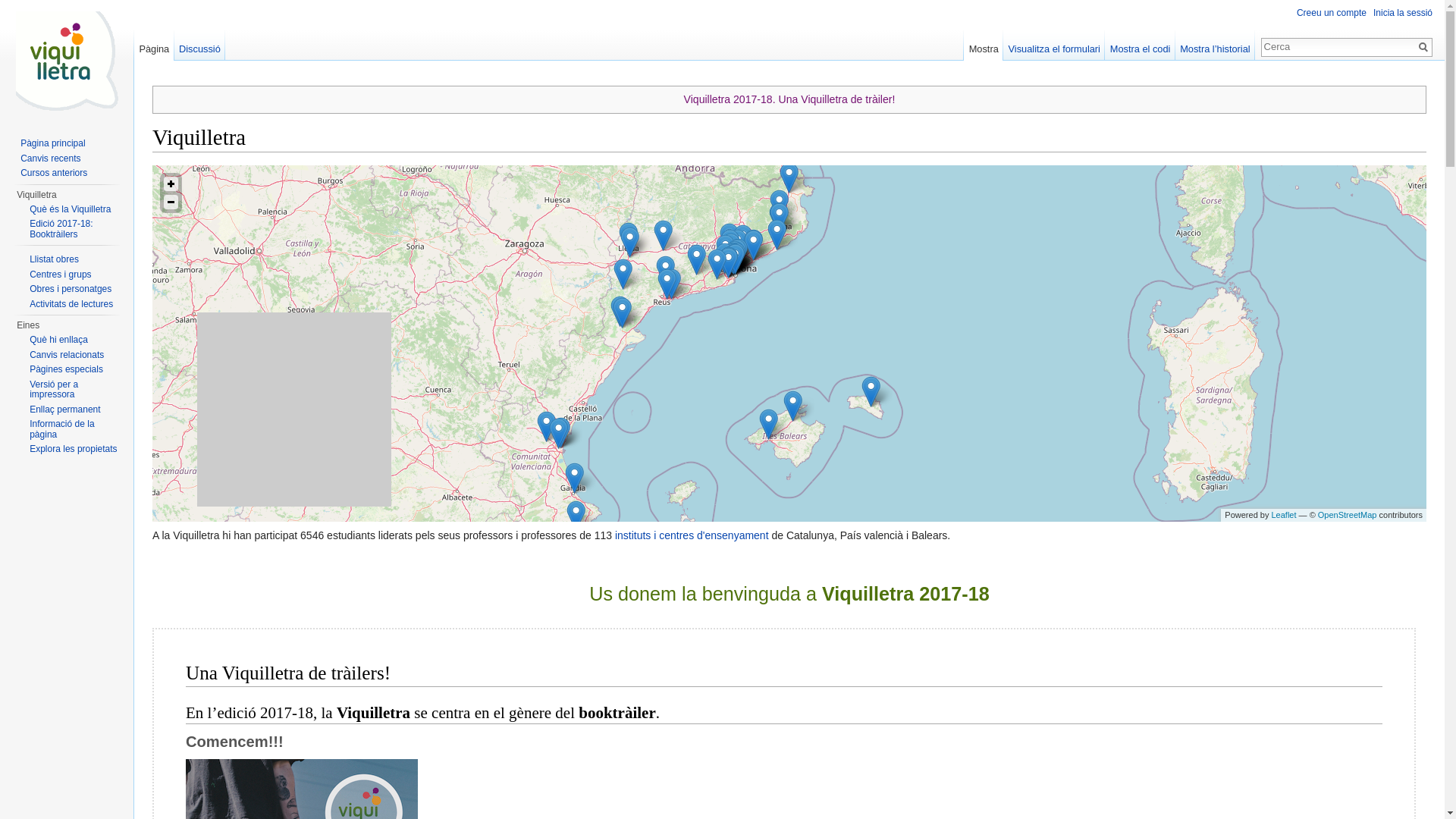  I want to click on 'instituts i centres d'ensenyament', so click(691, 534).